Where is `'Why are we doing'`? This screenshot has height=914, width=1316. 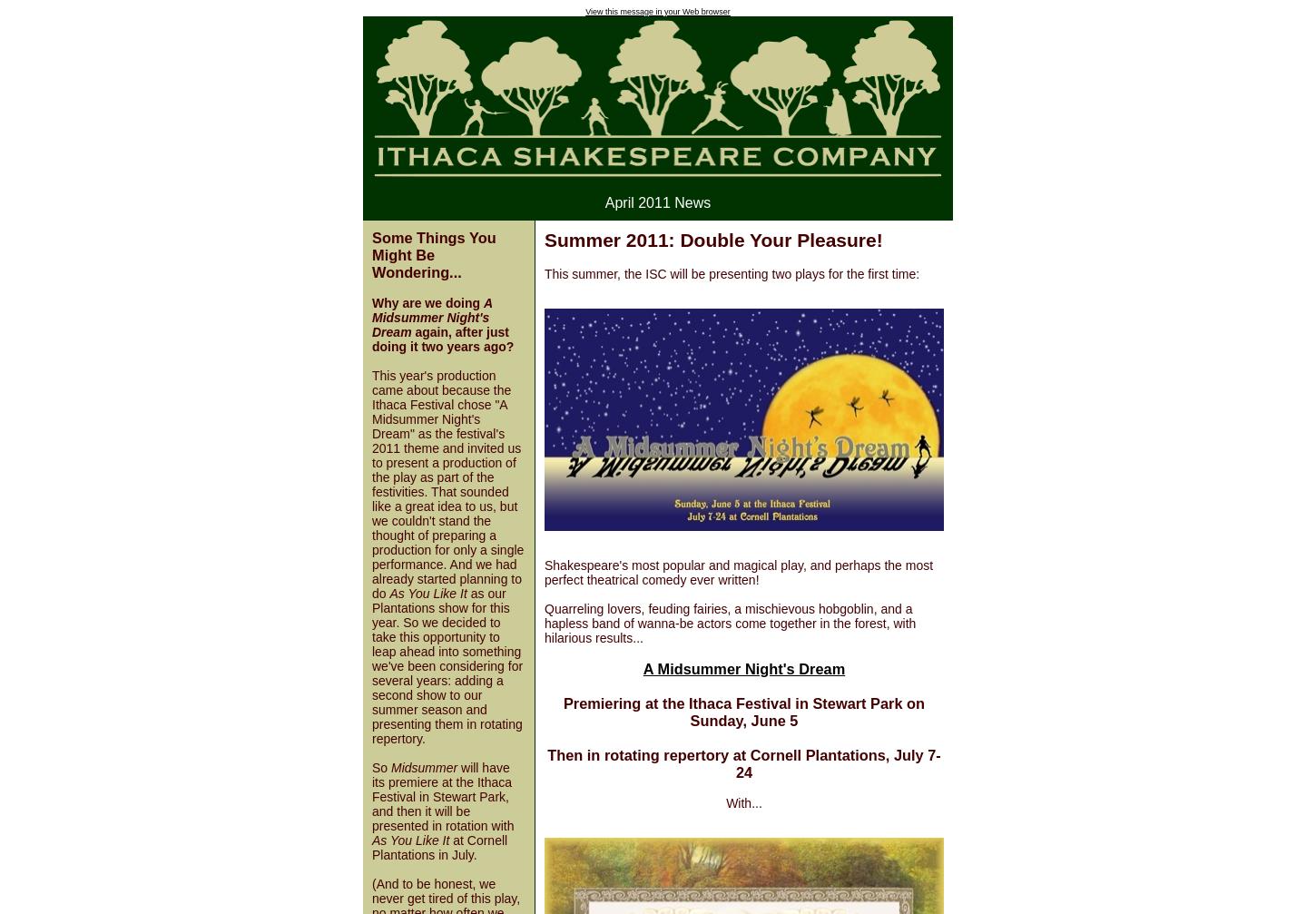 'Why are we doing' is located at coordinates (426, 303).